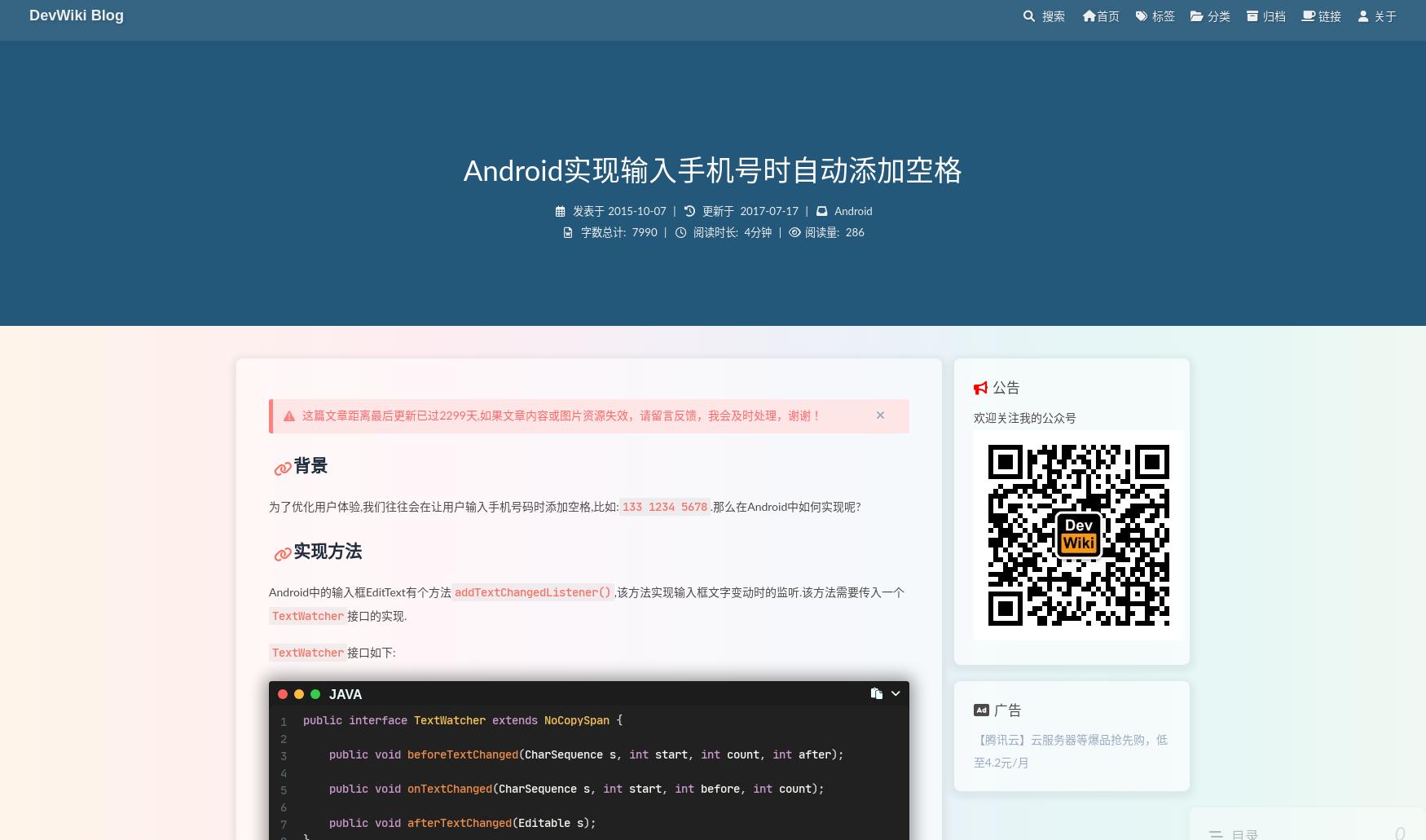  Describe the element at coordinates (785, 508) in the screenshot. I see `'.那么在Android中如何实现呢?'` at that location.